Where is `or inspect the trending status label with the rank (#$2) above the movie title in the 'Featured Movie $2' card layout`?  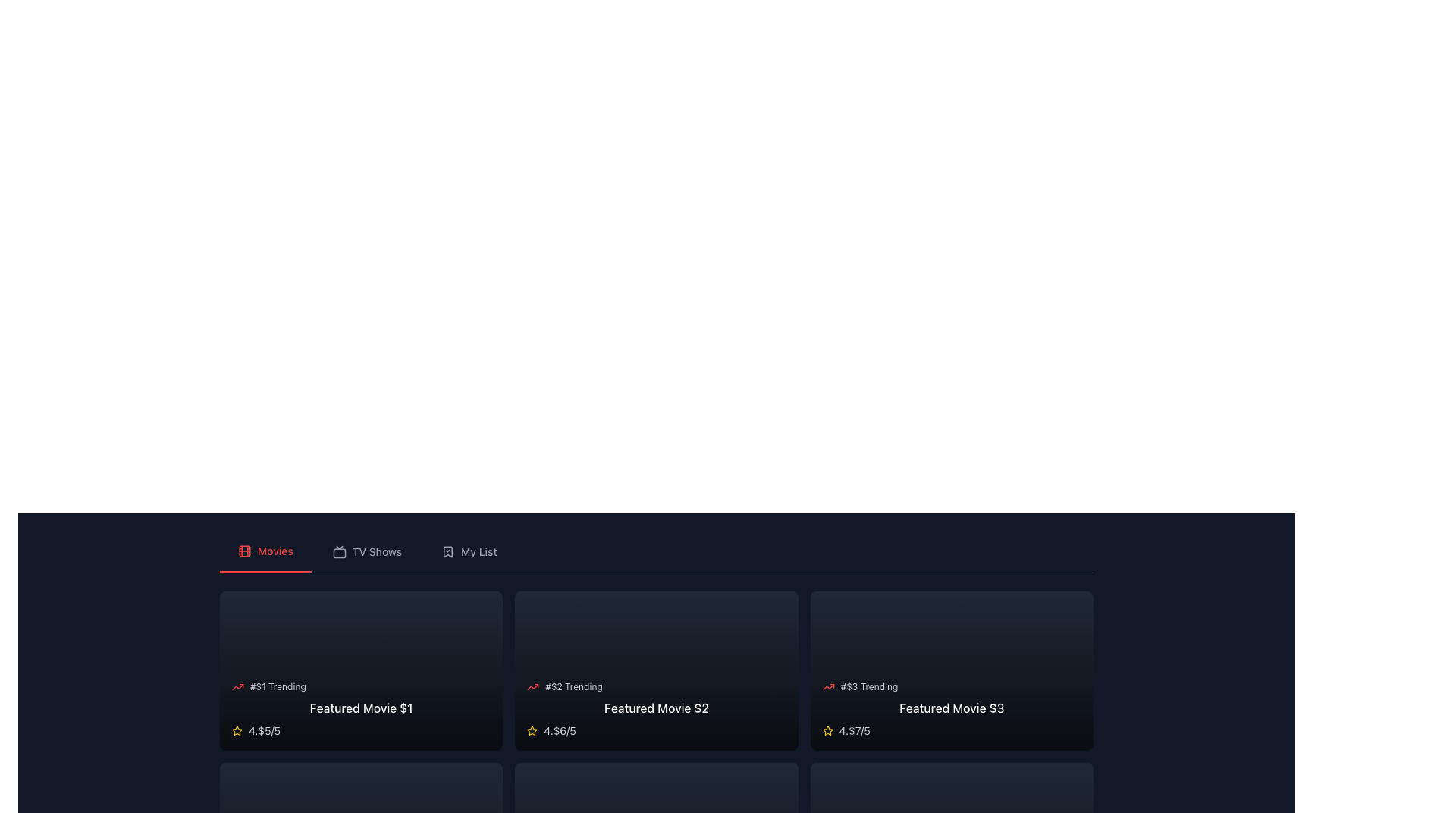
or inspect the trending status label with the rank (#$2) above the movie title in the 'Featured Movie $2' card layout is located at coordinates (656, 687).